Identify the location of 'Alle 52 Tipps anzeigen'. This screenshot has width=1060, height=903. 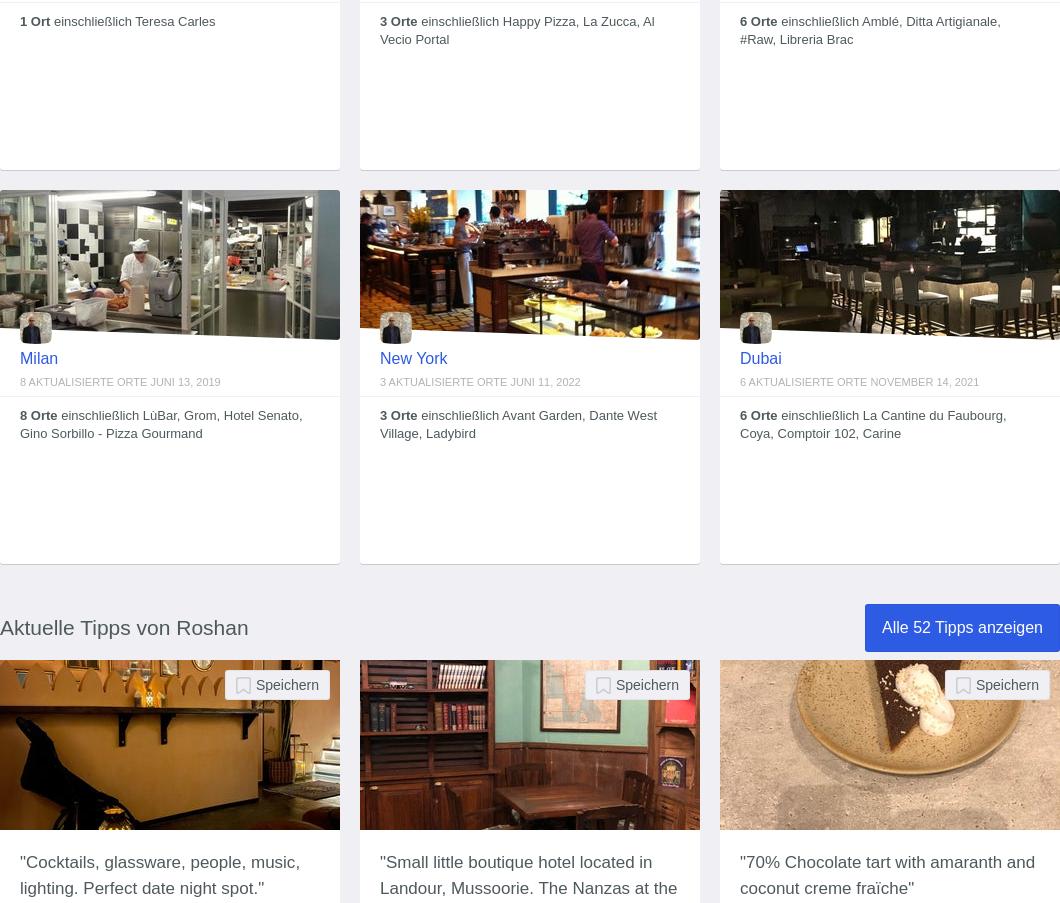
(961, 627).